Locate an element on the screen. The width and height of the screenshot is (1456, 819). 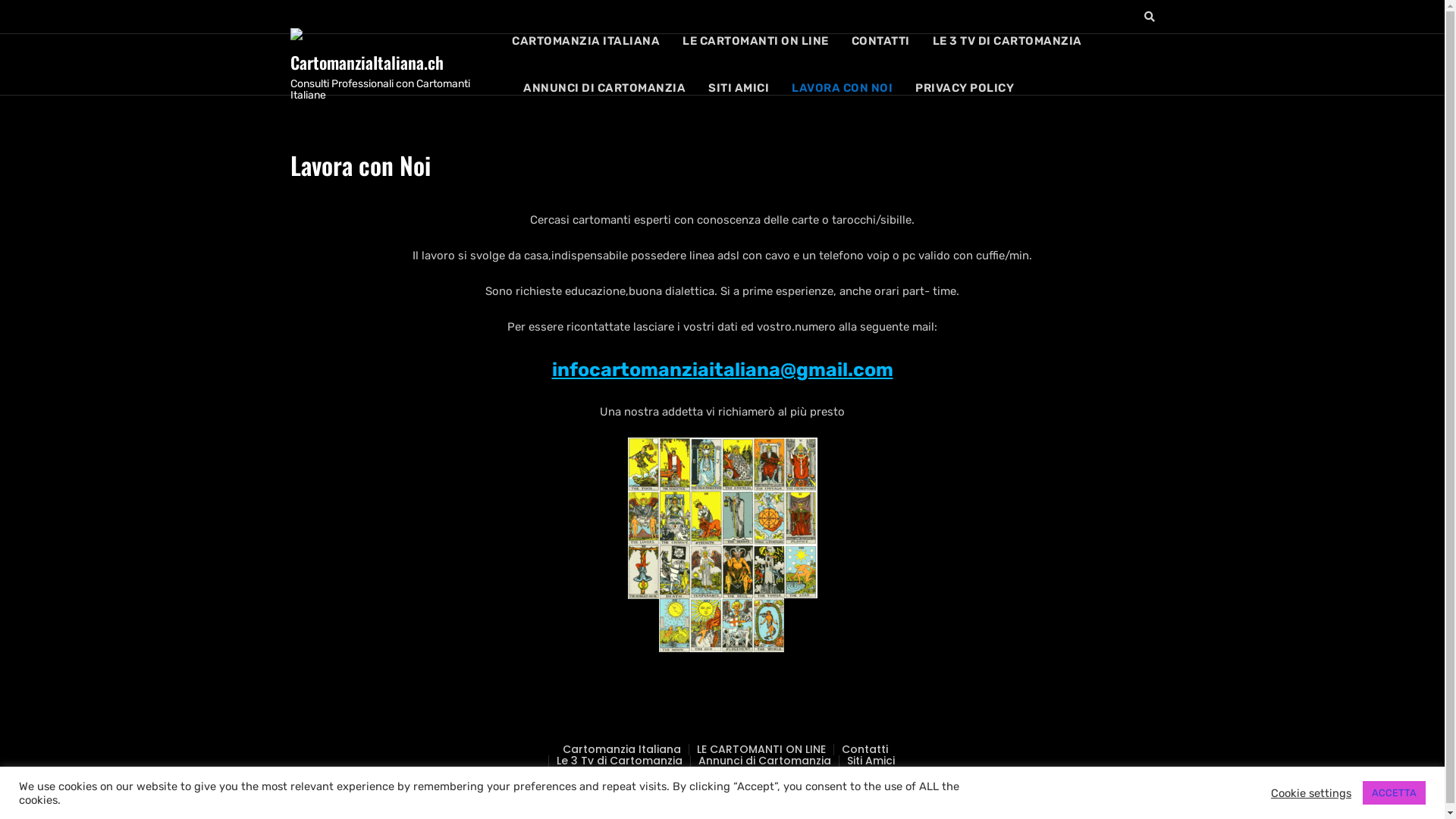
'PRIVACY POLICY' is located at coordinates (964, 88).